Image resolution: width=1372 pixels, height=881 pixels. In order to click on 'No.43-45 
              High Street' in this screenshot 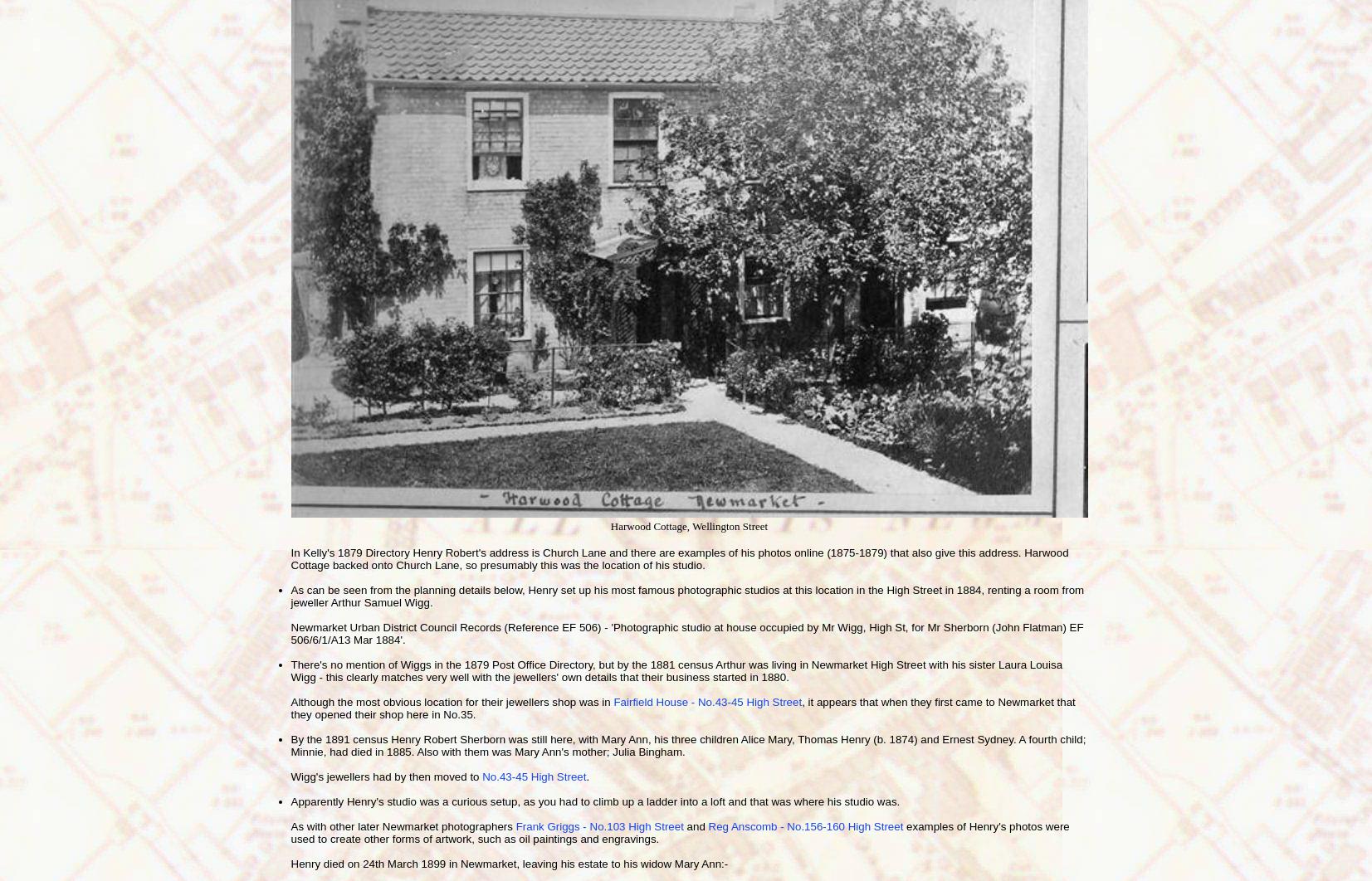, I will do `click(533, 776)`.